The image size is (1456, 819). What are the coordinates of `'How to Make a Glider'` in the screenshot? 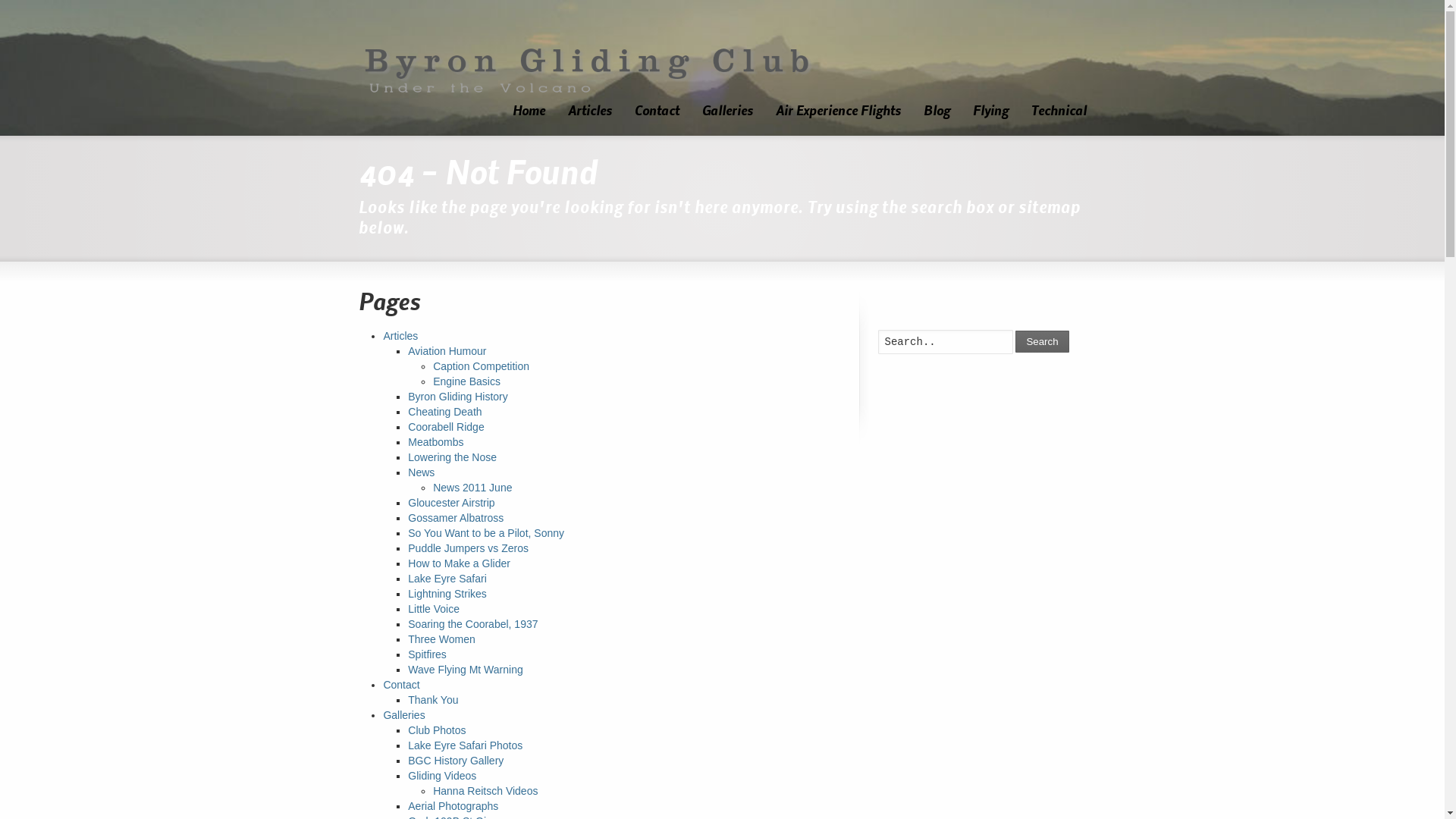 It's located at (407, 563).